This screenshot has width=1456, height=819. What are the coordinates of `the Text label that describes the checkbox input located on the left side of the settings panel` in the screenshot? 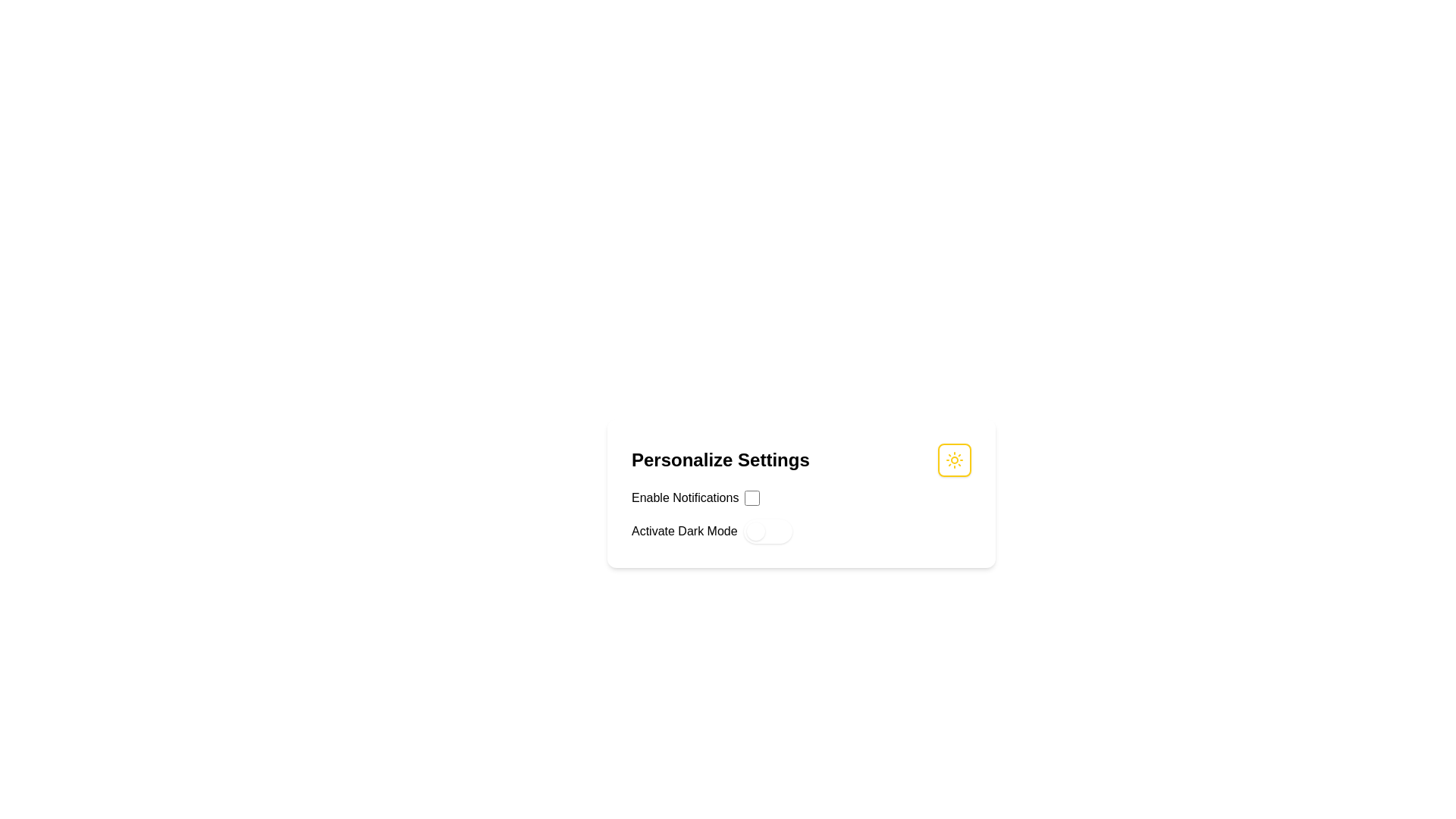 It's located at (684, 497).